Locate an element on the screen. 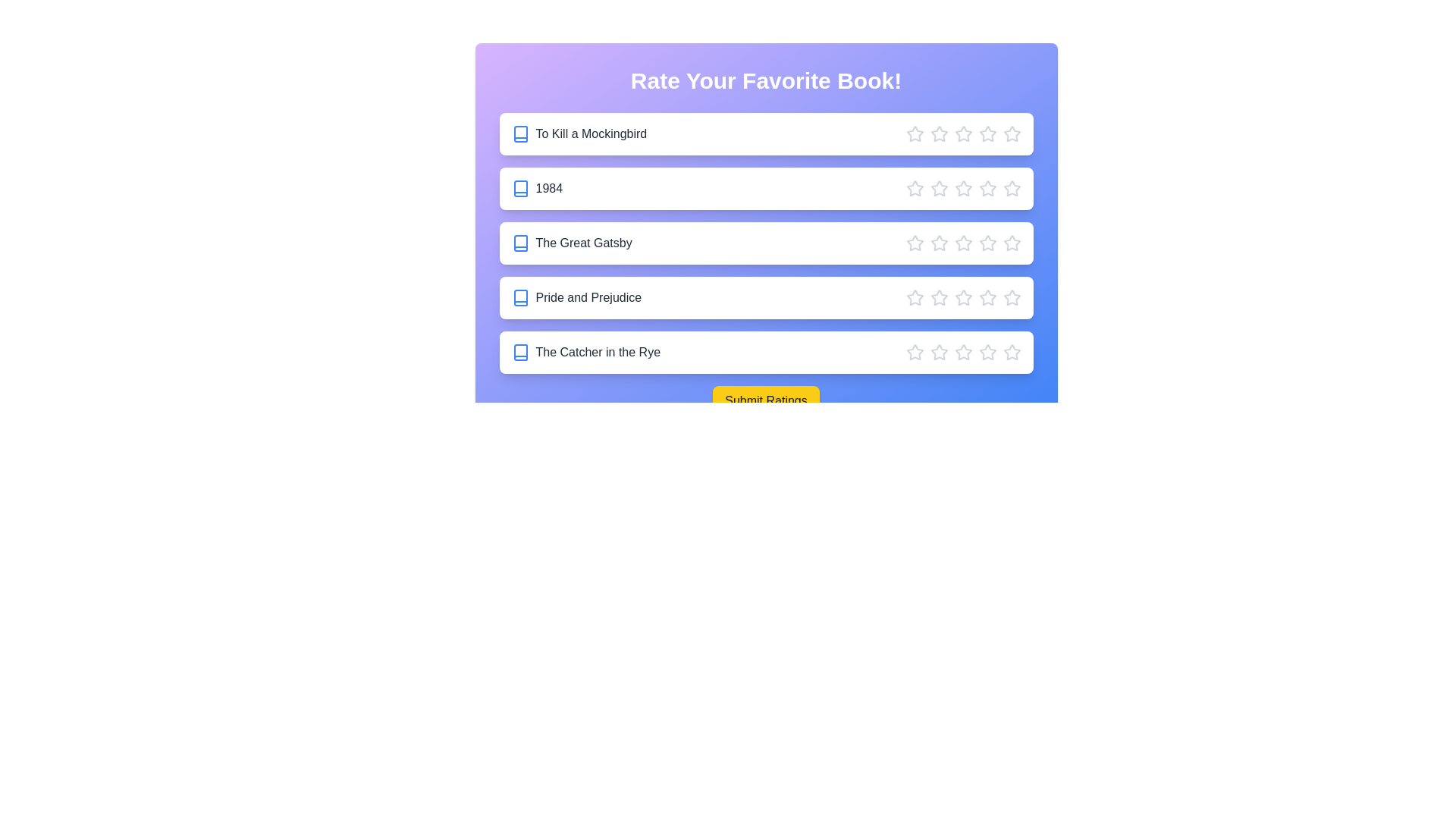  the star corresponding to 5 stars for the book '1984' is located at coordinates (1012, 188).